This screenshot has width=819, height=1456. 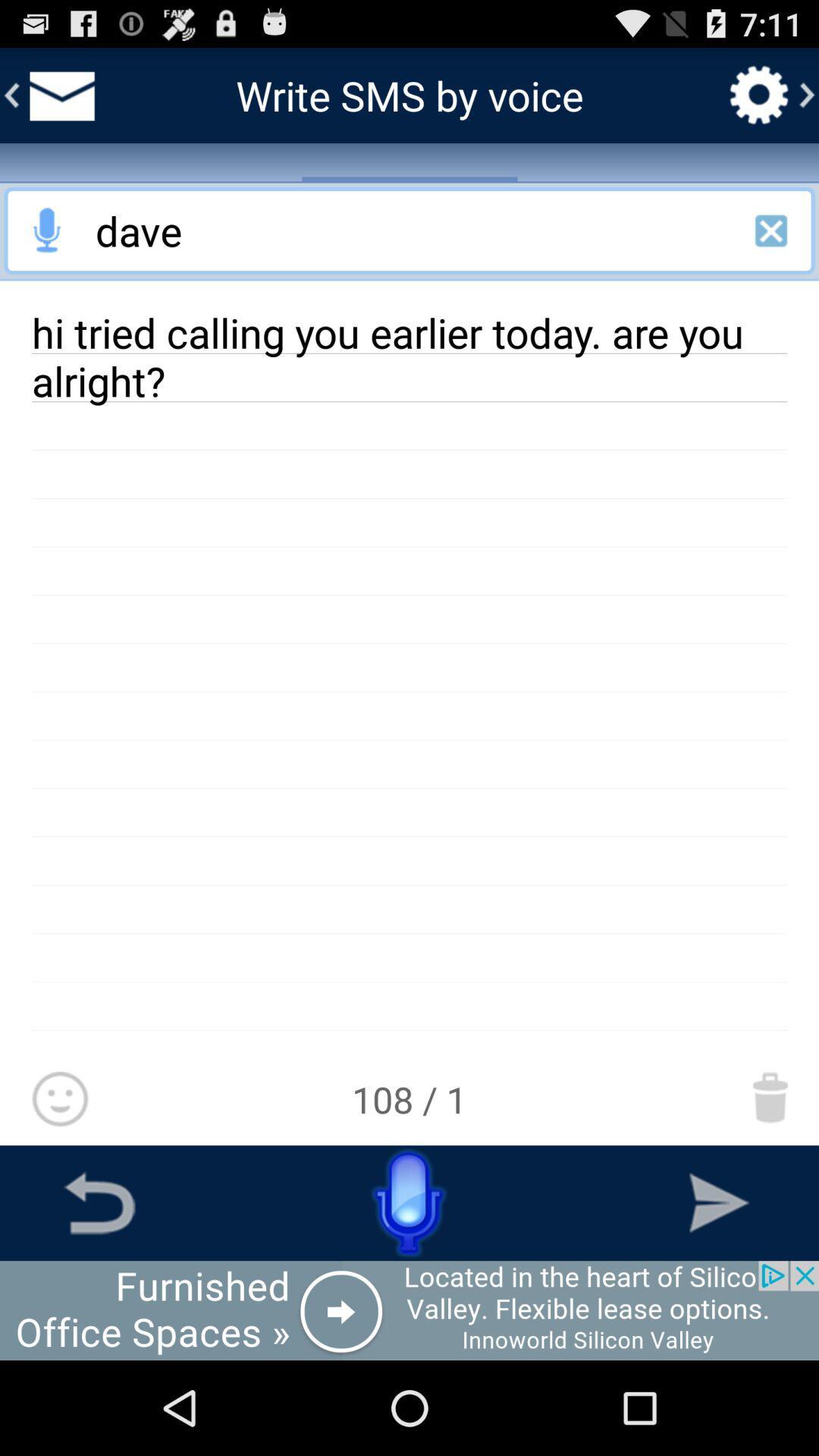 What do you see at coordinates (99, 1202) in the screenshot?
I see `go back` at bounding box center [99, 1202].